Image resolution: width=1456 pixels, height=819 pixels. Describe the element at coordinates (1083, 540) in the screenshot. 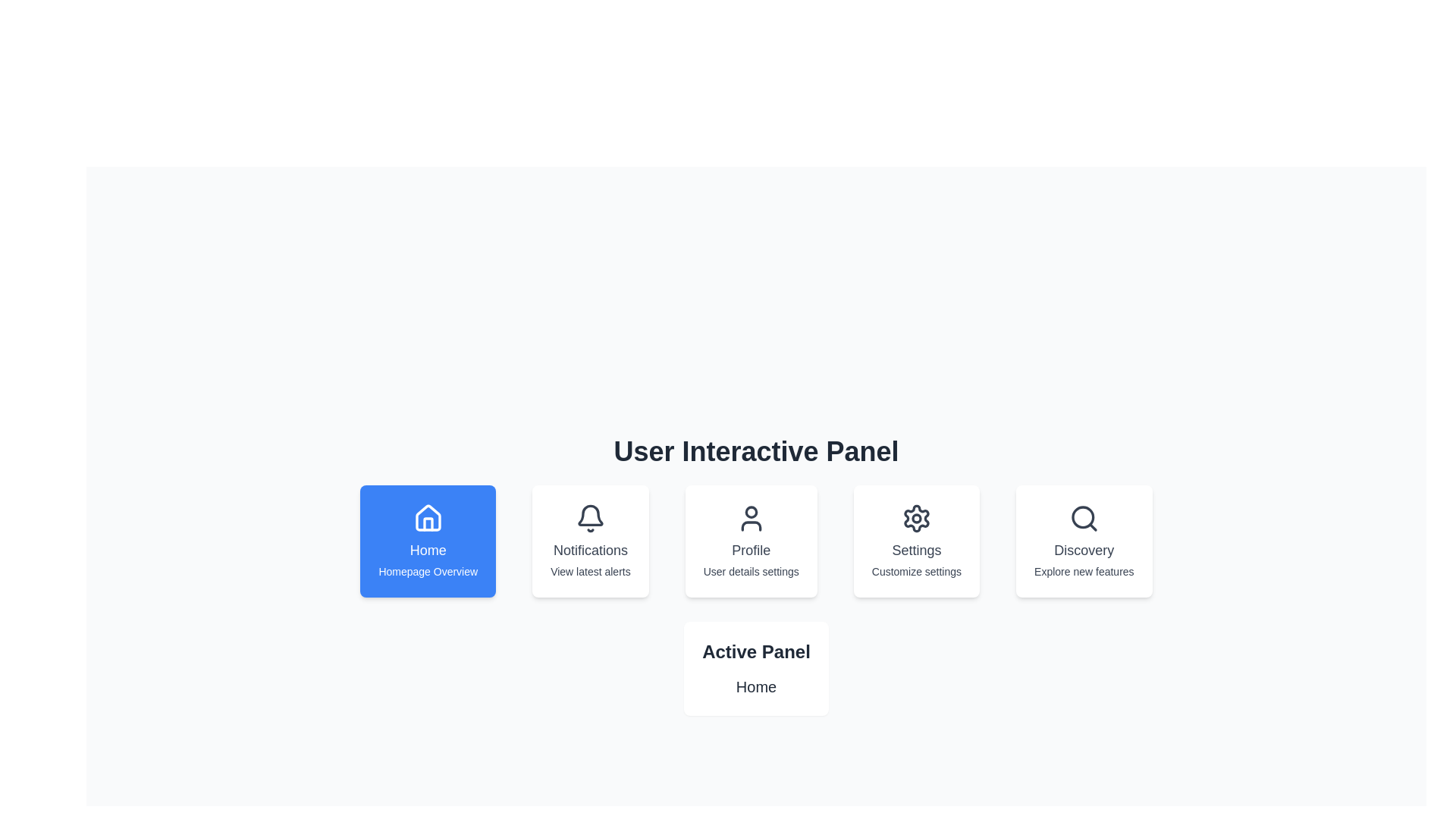

I see `the clickable card located at the far right of a horizontal row of five cards` at that location.